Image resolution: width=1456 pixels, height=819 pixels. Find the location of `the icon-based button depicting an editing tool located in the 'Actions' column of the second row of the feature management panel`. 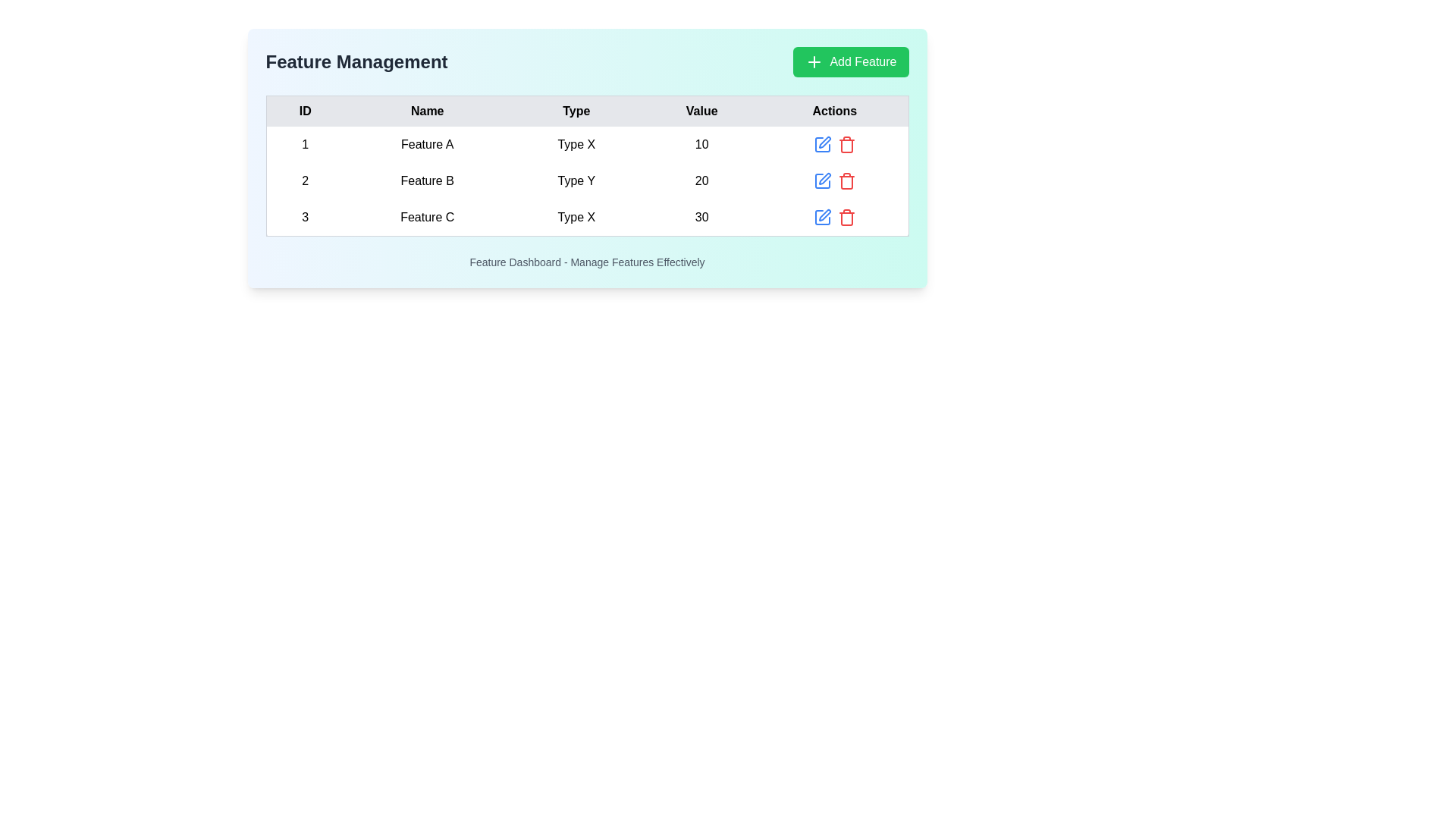

the icon-based button depicting an editing tool located in the 'Actions' column of the second row of the feature management panel is located at coordinates (824, 177).